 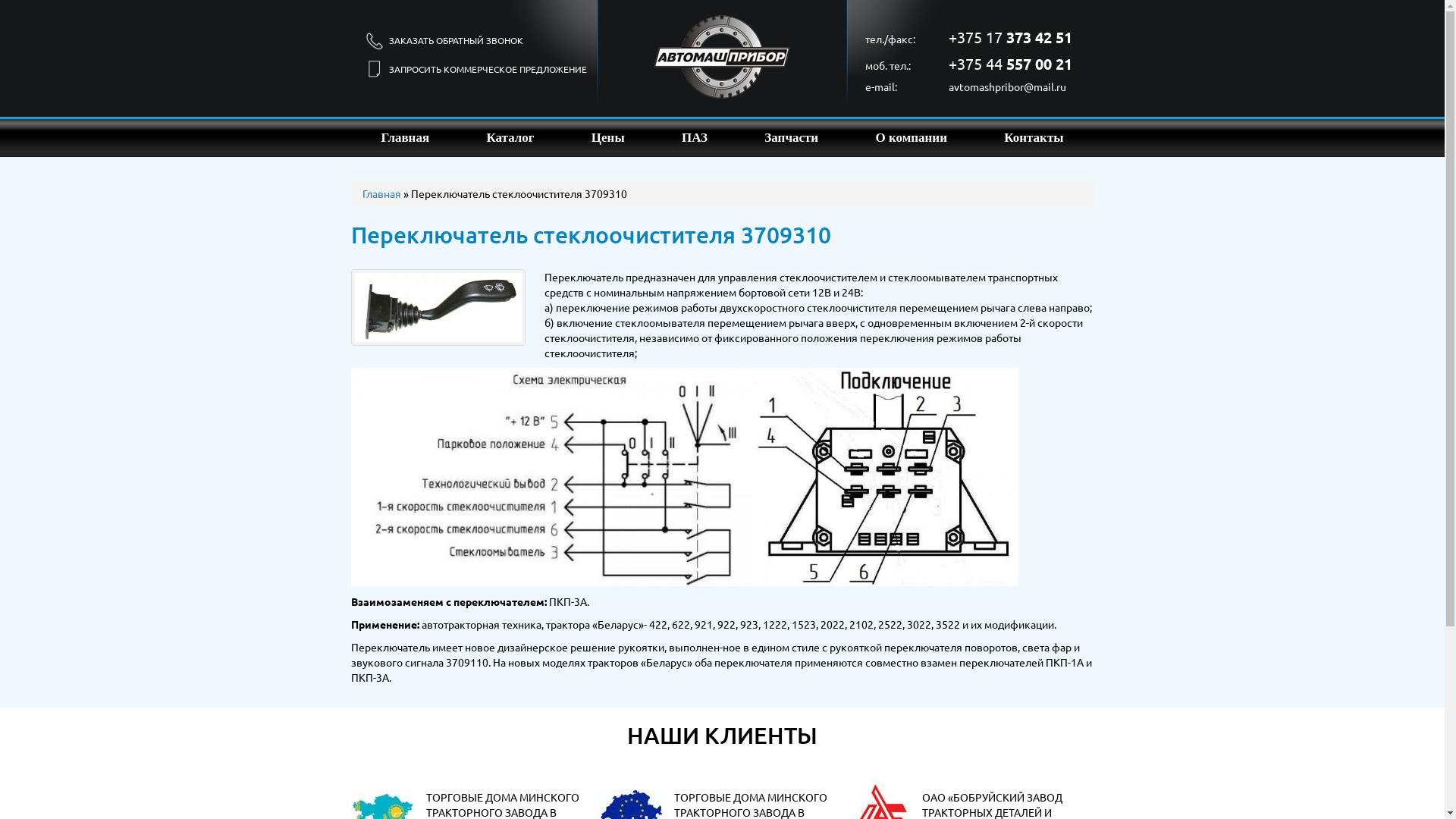 I want to click on 'avtomashpribor@mail.ru', so click(x=948, y=86).